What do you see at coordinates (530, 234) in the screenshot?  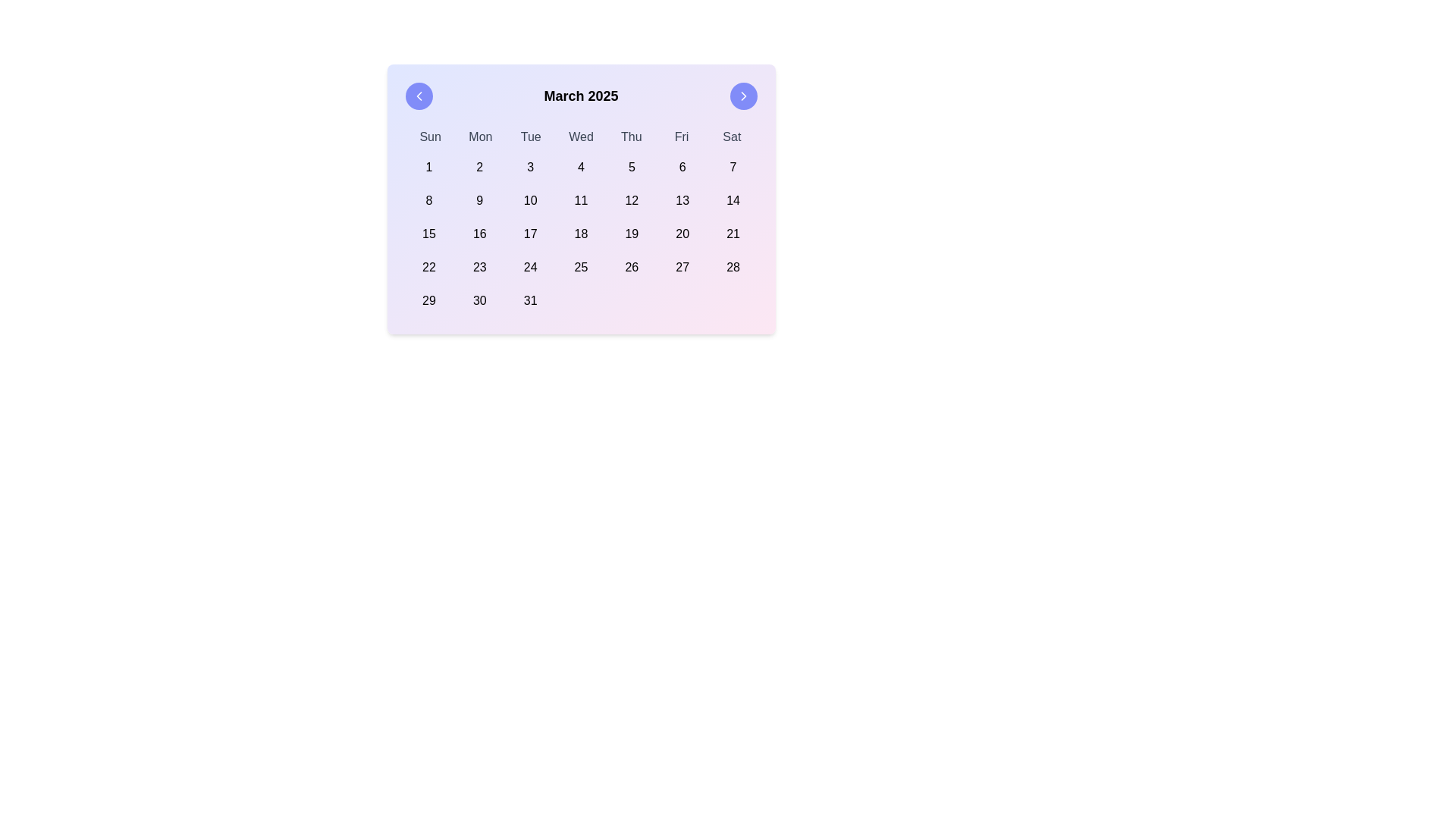 I see `the button labeled '17' with rounded corners located in the third row and third column of the calendar grid` at bounding box center [530, 234].